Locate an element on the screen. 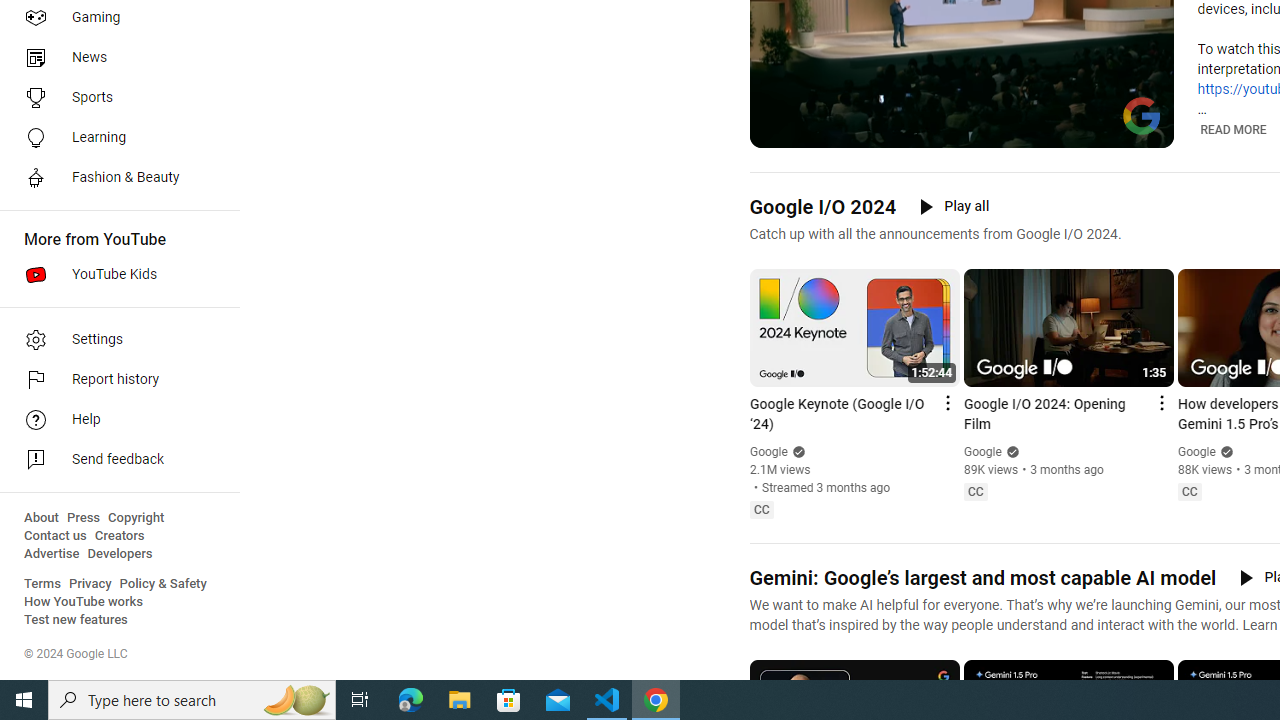  'Mute (m)' is located at coordinates (816, 130).